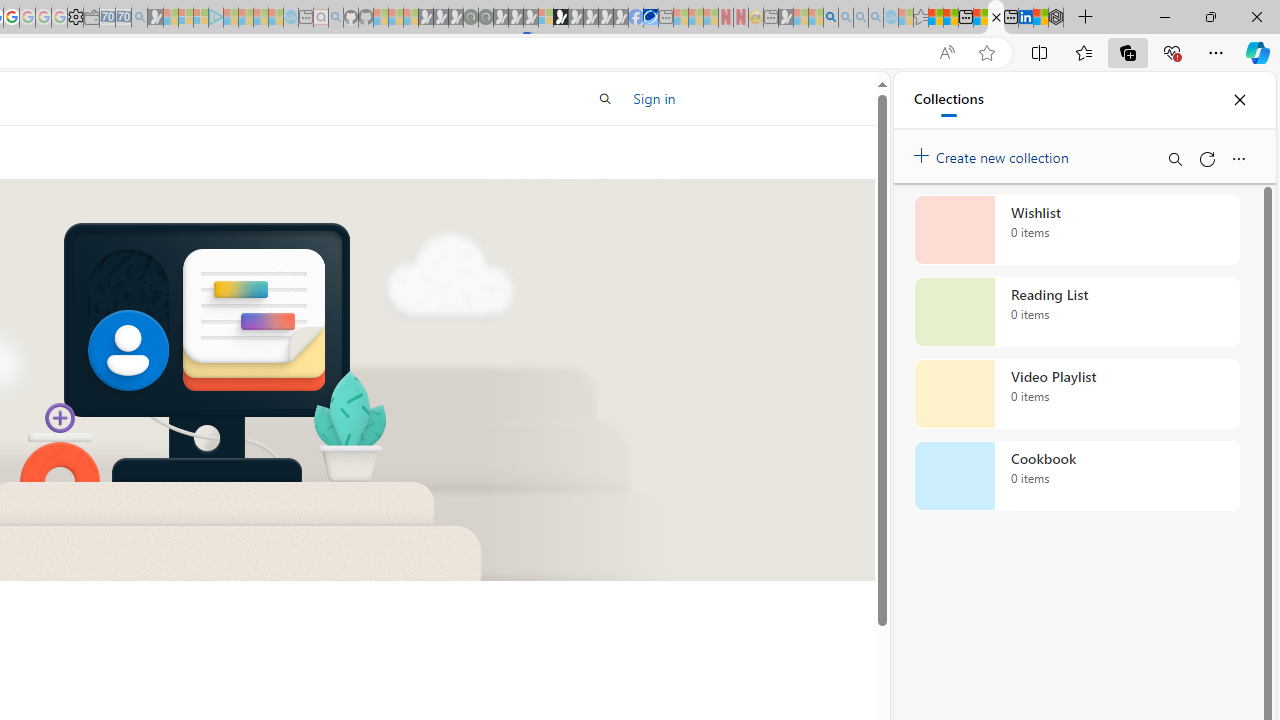 The width and height of the screenshot is (1280, 720). What do you see at coordinates (995, 152) in the screenshot?
I see `'Create new collection'` at bounding box center [995, 152].